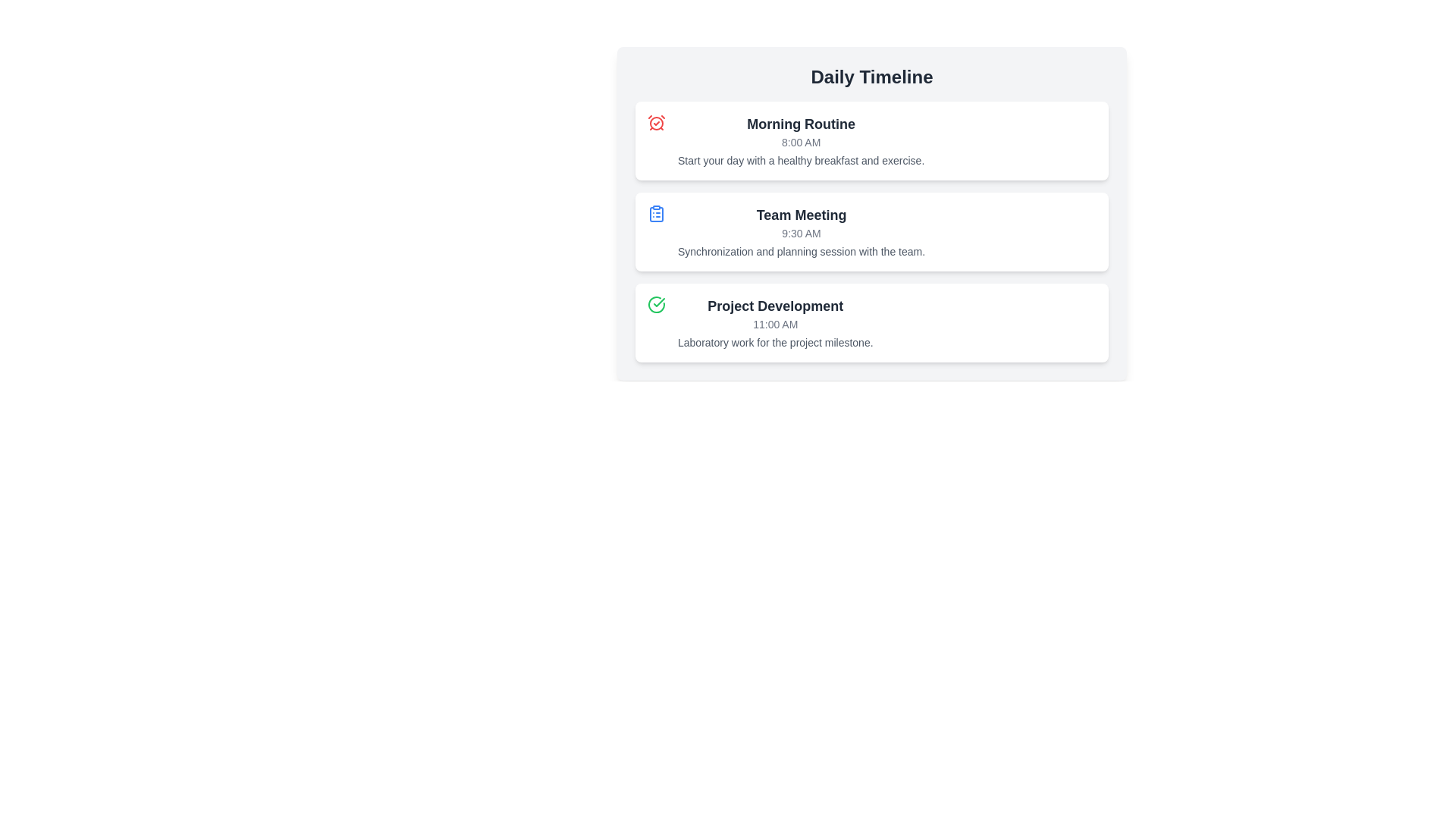 This screenshot has width=1456, height=819. I want to click on the title Text Element located in the second event card, which provides an overview of the event's subject, so click(800, 215).